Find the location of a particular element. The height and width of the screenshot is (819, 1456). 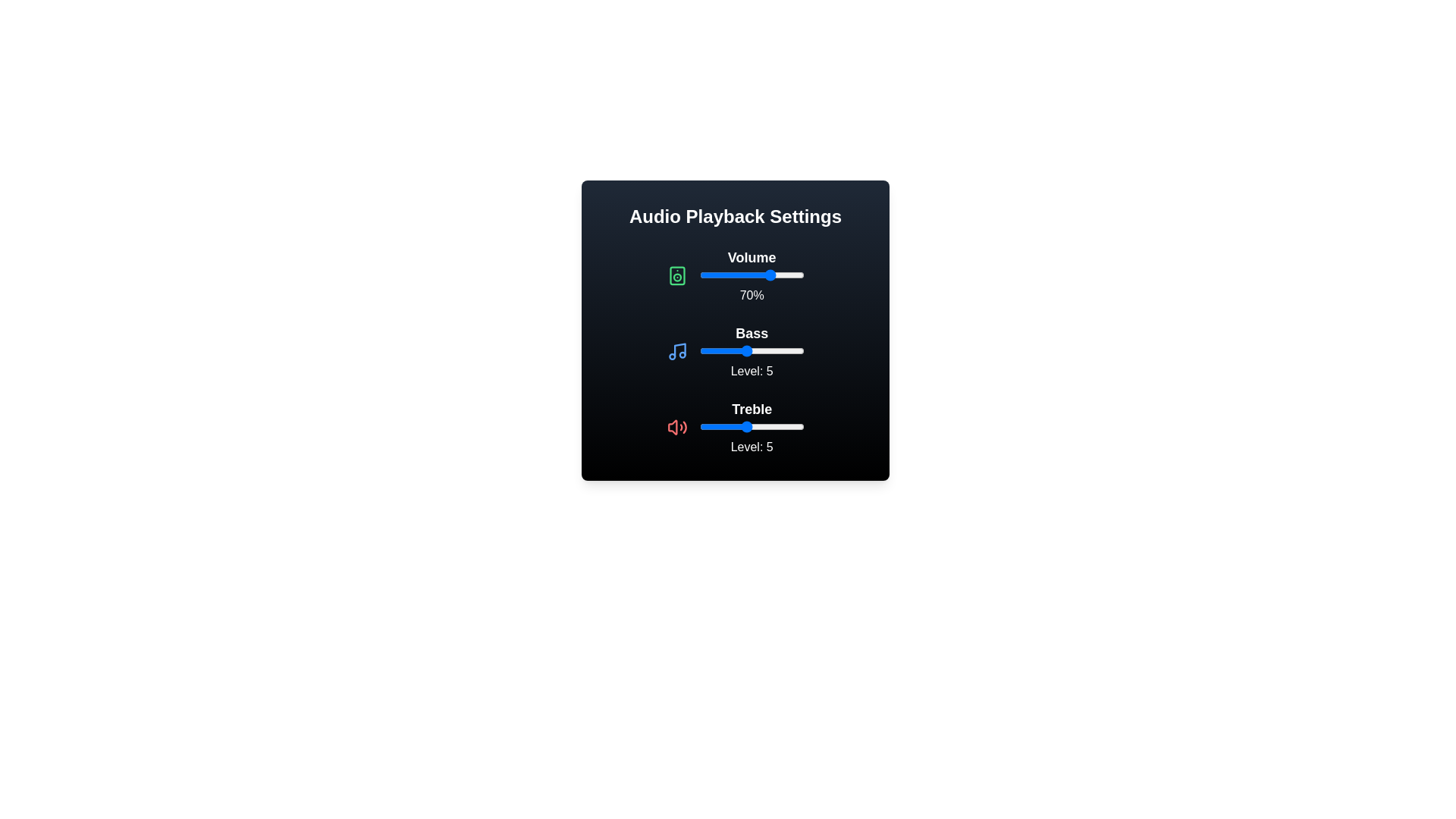

the volume slider is located at coordinates (701, 275).